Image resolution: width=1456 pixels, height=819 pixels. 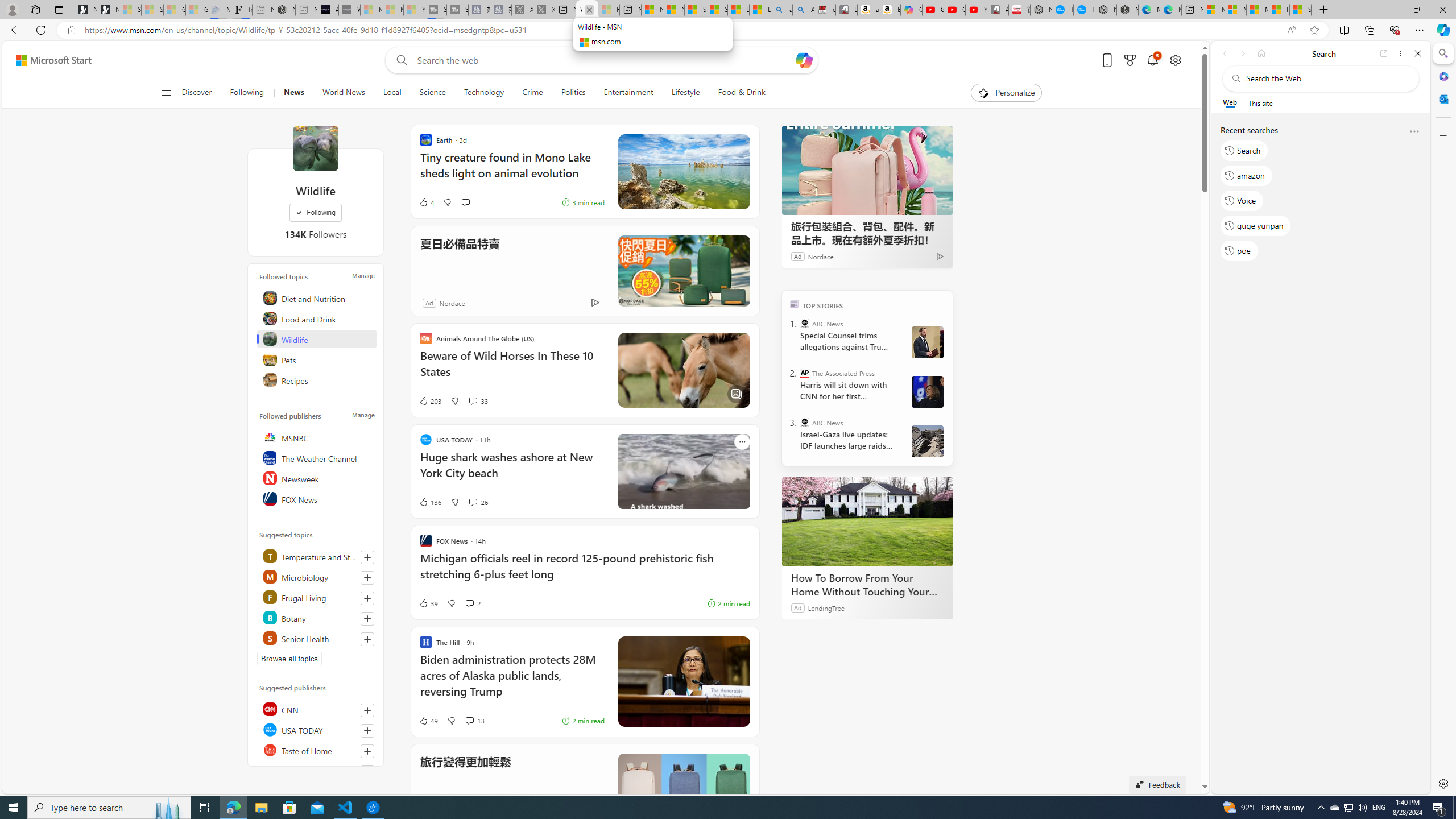 I want to click on 'What', so click(x=349, y=9).